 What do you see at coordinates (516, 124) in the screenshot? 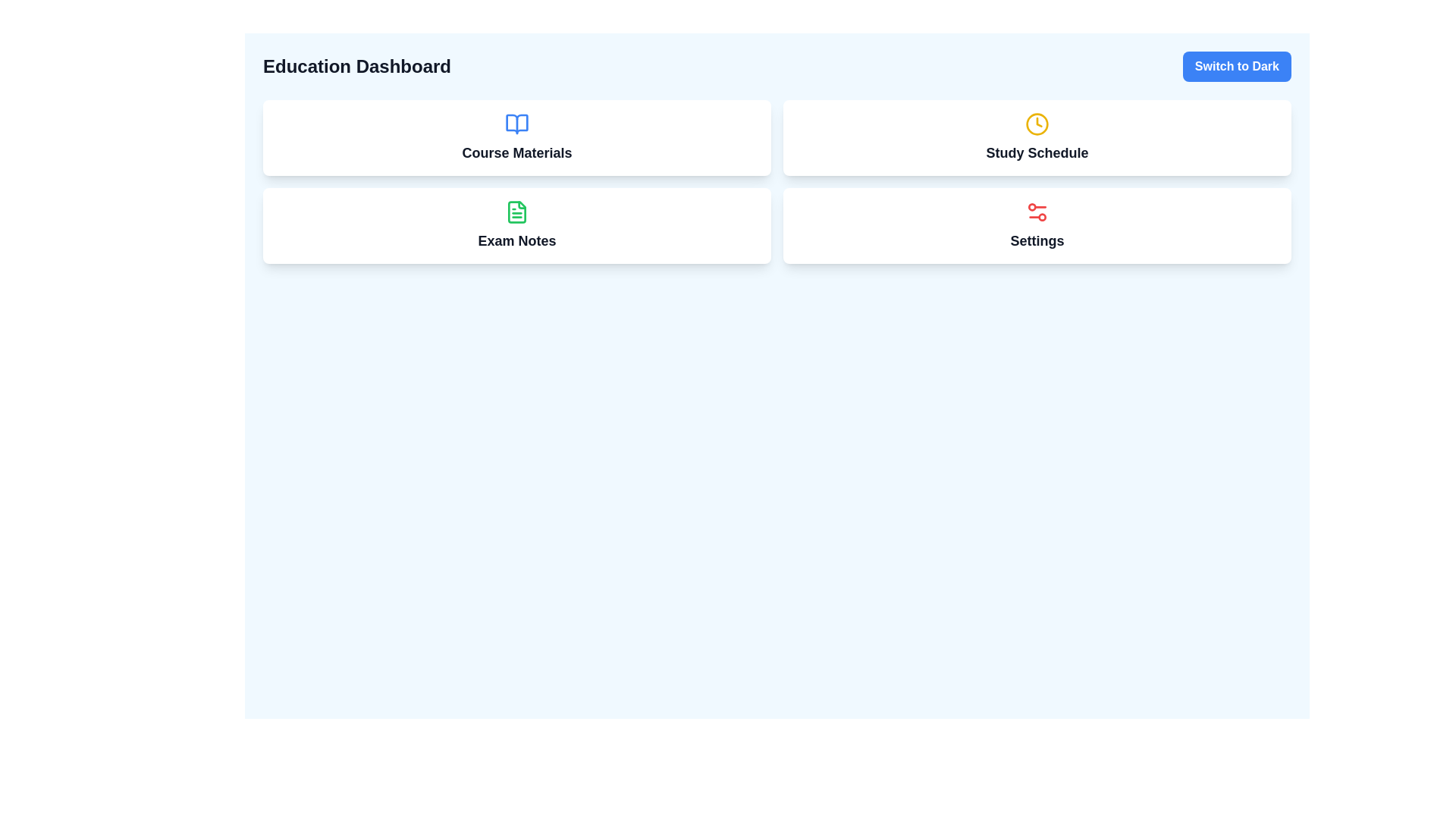
I see `the 'Course Materials' icon located at the top-left quadrant of the dashboard, which serves as the access point for course-related materials` at bounding box center [516, 124].